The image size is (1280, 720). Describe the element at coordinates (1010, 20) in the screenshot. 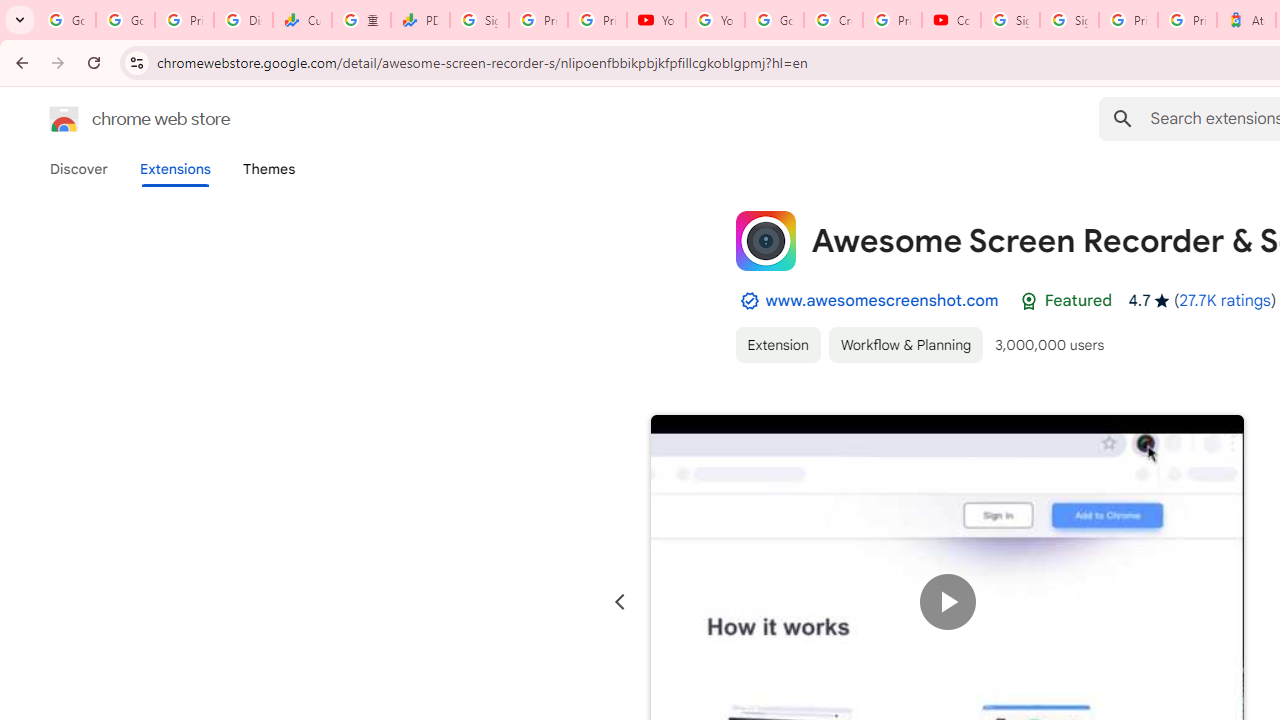

I see `'Sign in - Google Accounts'` at that location.